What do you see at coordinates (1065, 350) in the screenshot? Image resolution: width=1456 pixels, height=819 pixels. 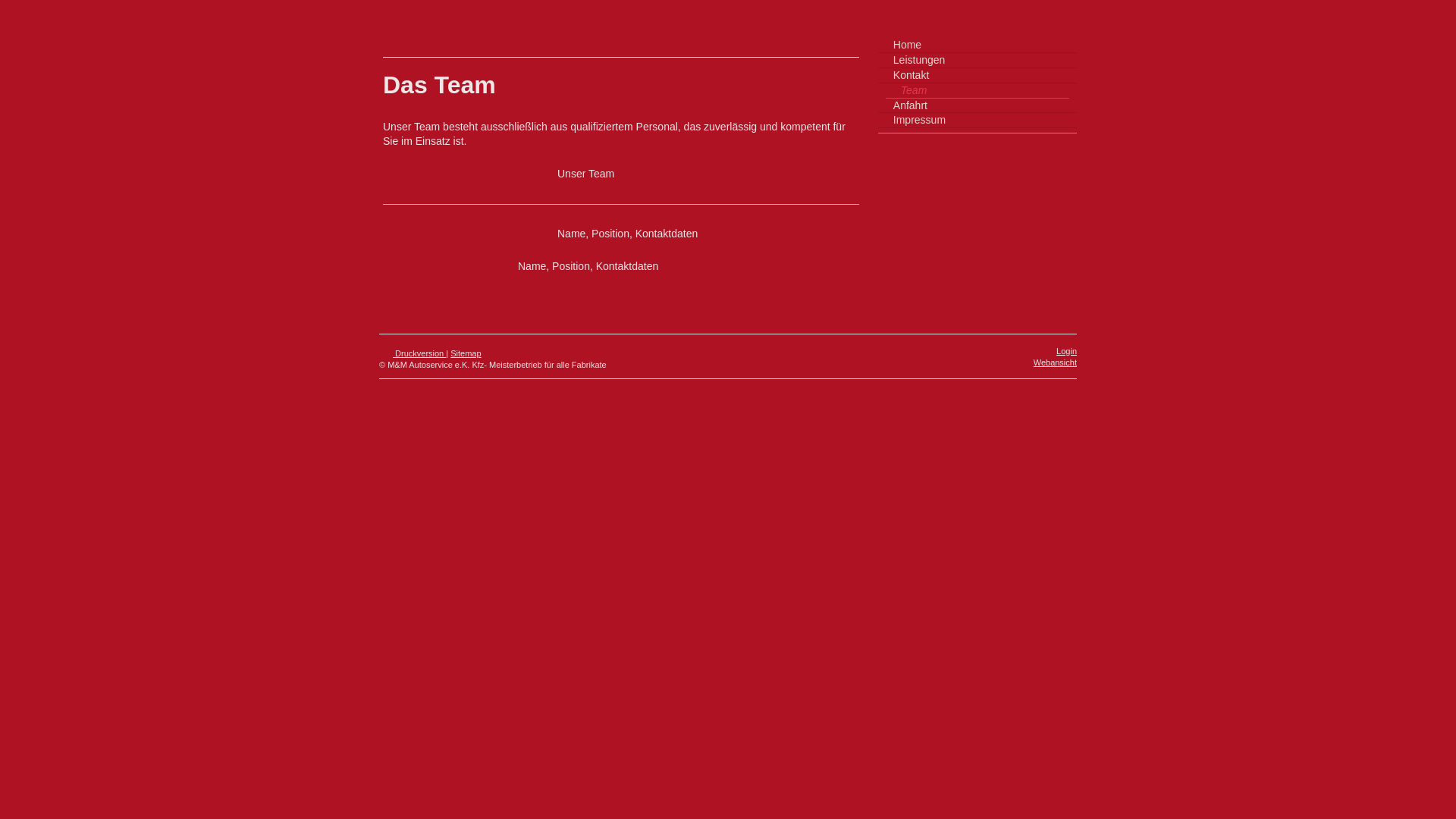 I see `'Login'` at bounding box center [1065, 350].